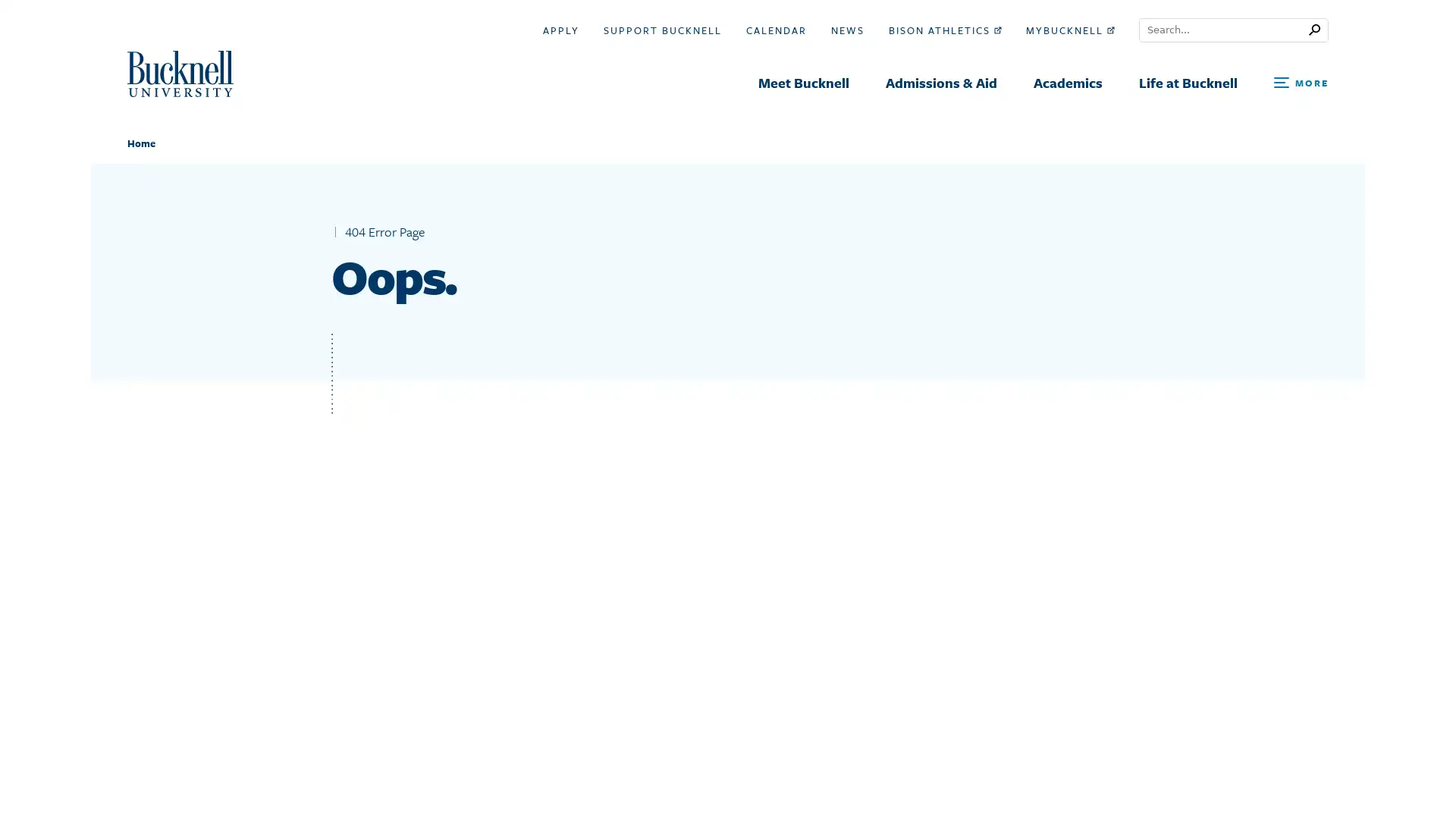  What do you see at coordinates (945, 797) in the screenshot?
I see `Search` at bounding box center [945, 797].